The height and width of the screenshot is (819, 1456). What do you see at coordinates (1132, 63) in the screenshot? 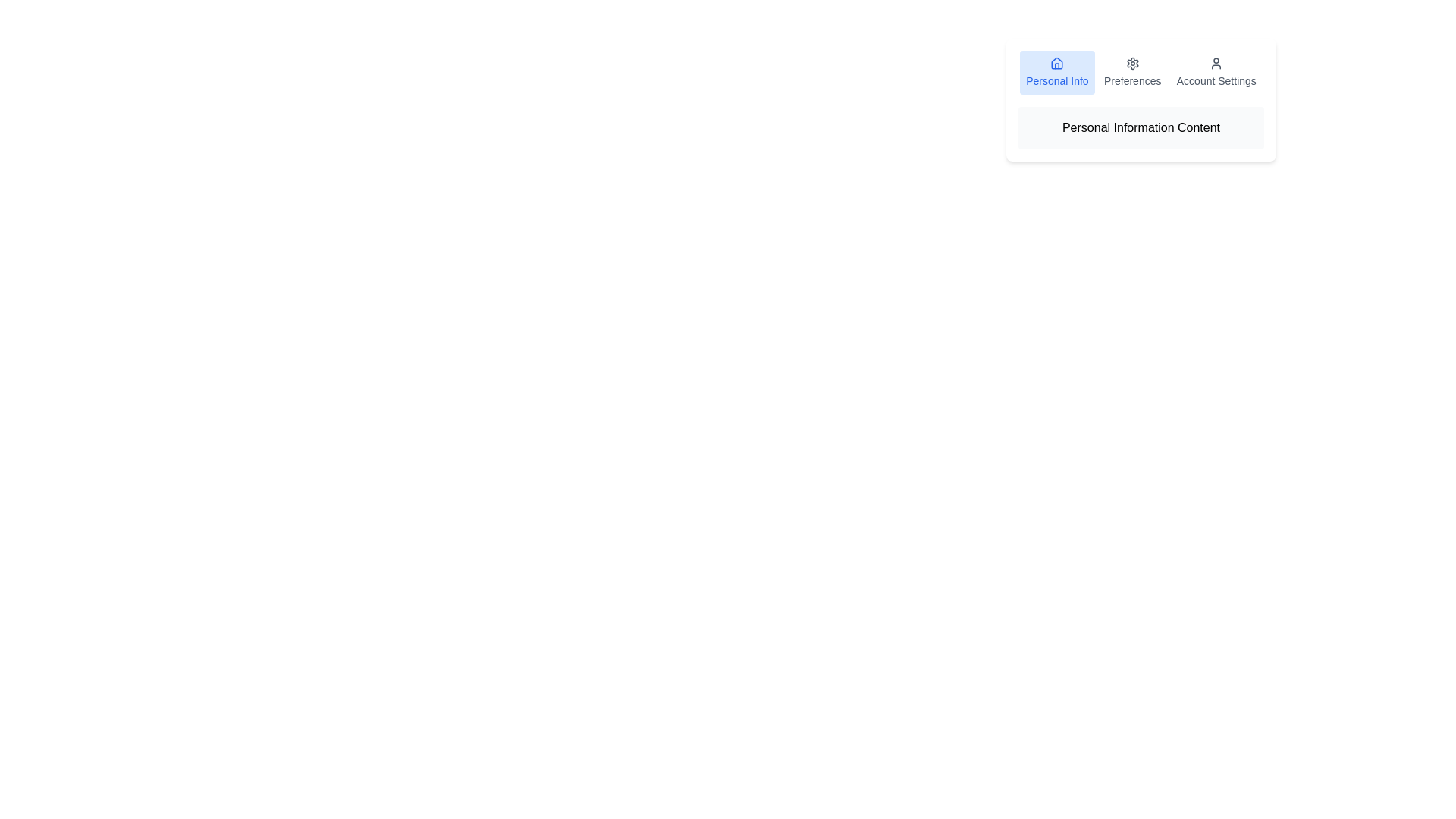
I see `the gear icon representing the Preferences section` at bounding box center [1132, 63].